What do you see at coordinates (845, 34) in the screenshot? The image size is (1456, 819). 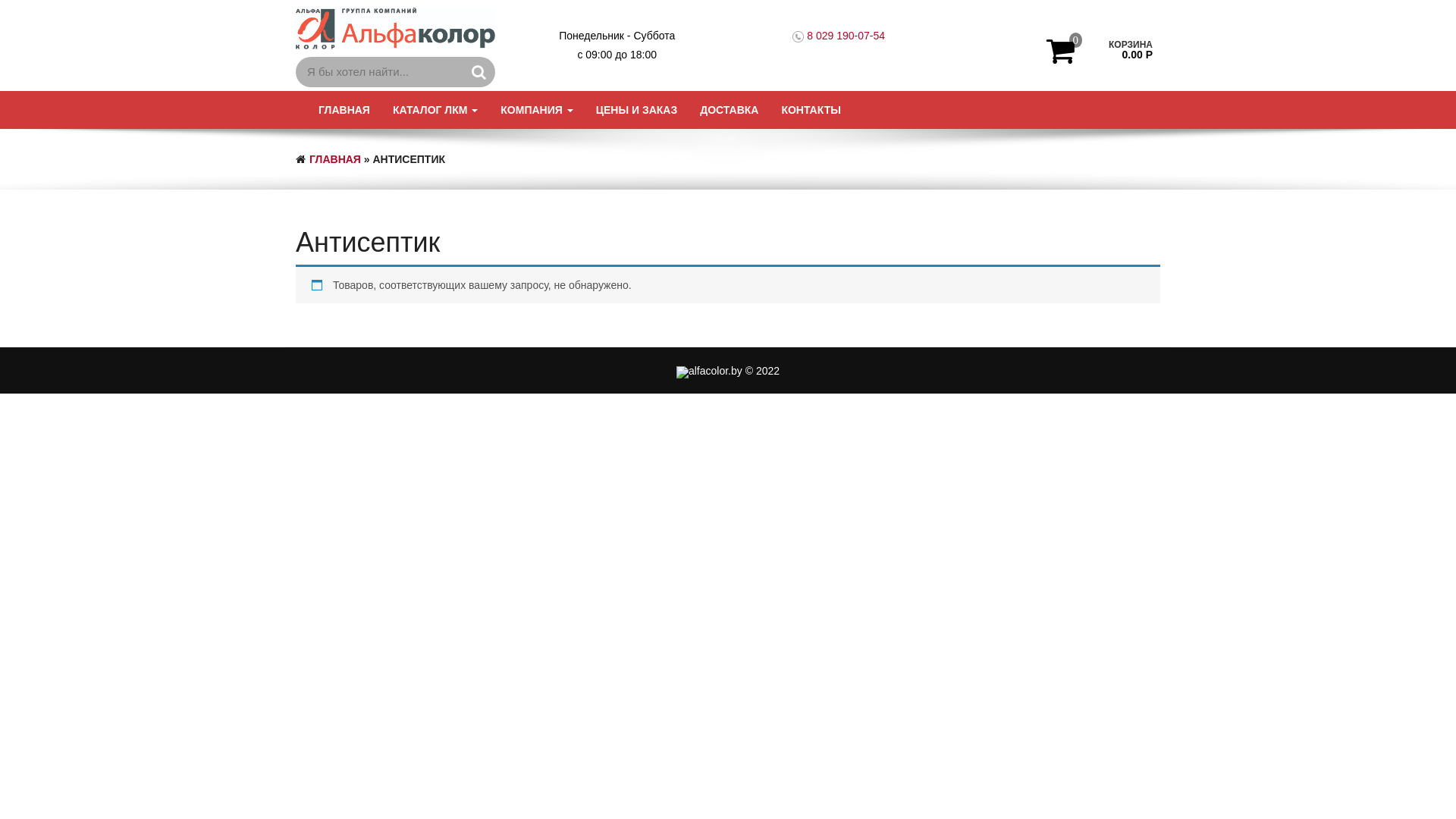 I see `'8 029 190-07-54'` at bounding box center [845, 34].